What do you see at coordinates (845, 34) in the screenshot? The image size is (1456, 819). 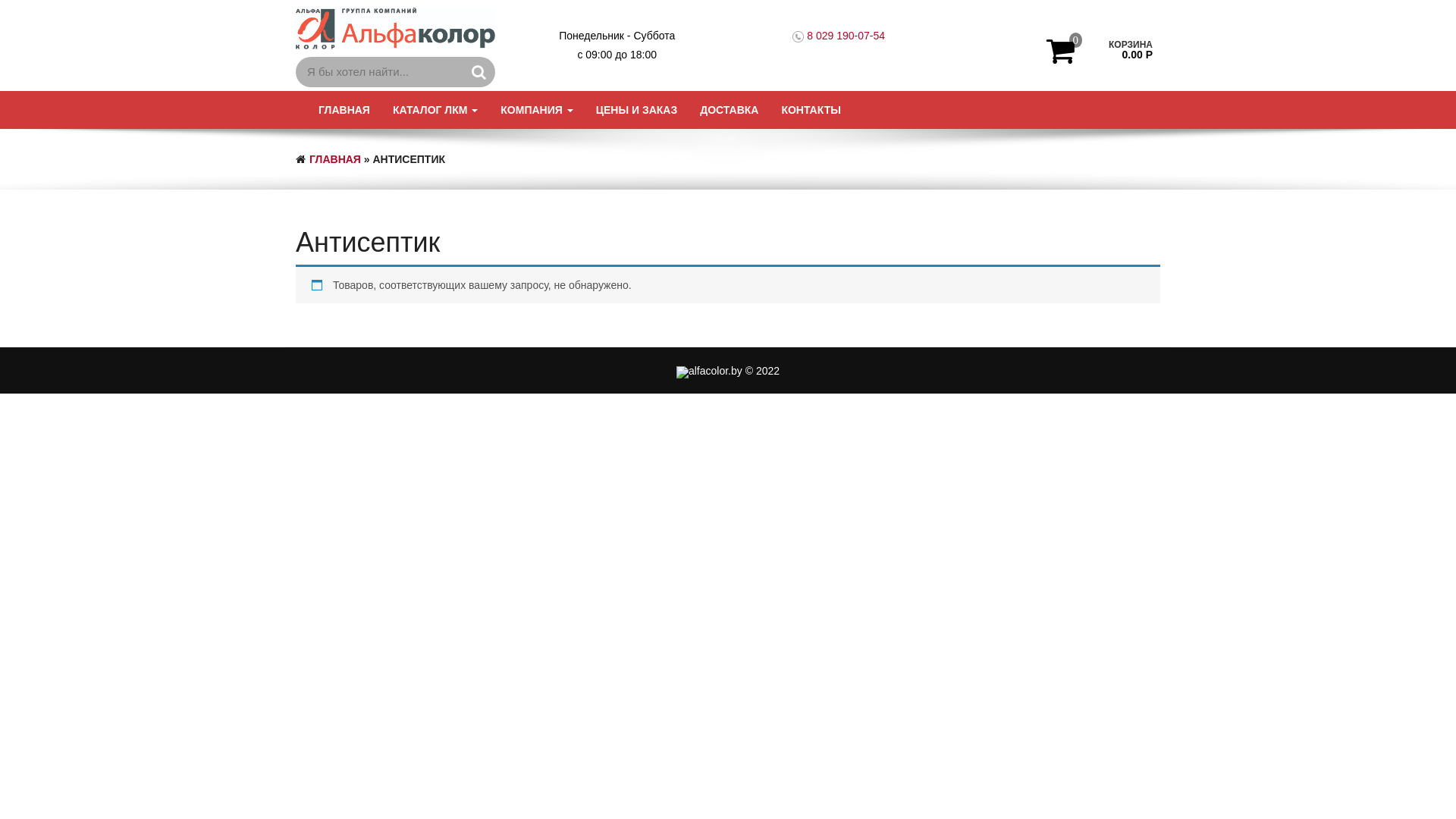 I see `'8 029 190-07-54'` at bounding box center [845, 34].